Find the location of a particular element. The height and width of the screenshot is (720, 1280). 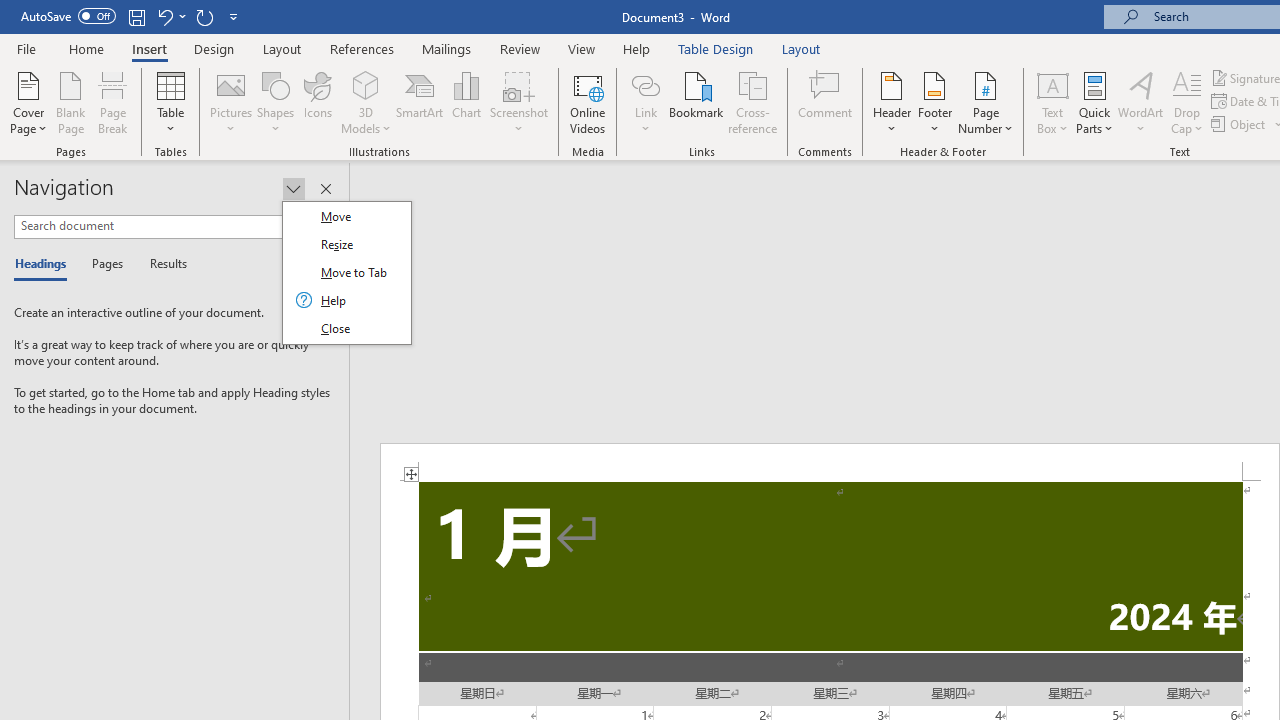

'Footer' is located at coordinates (934, 103).